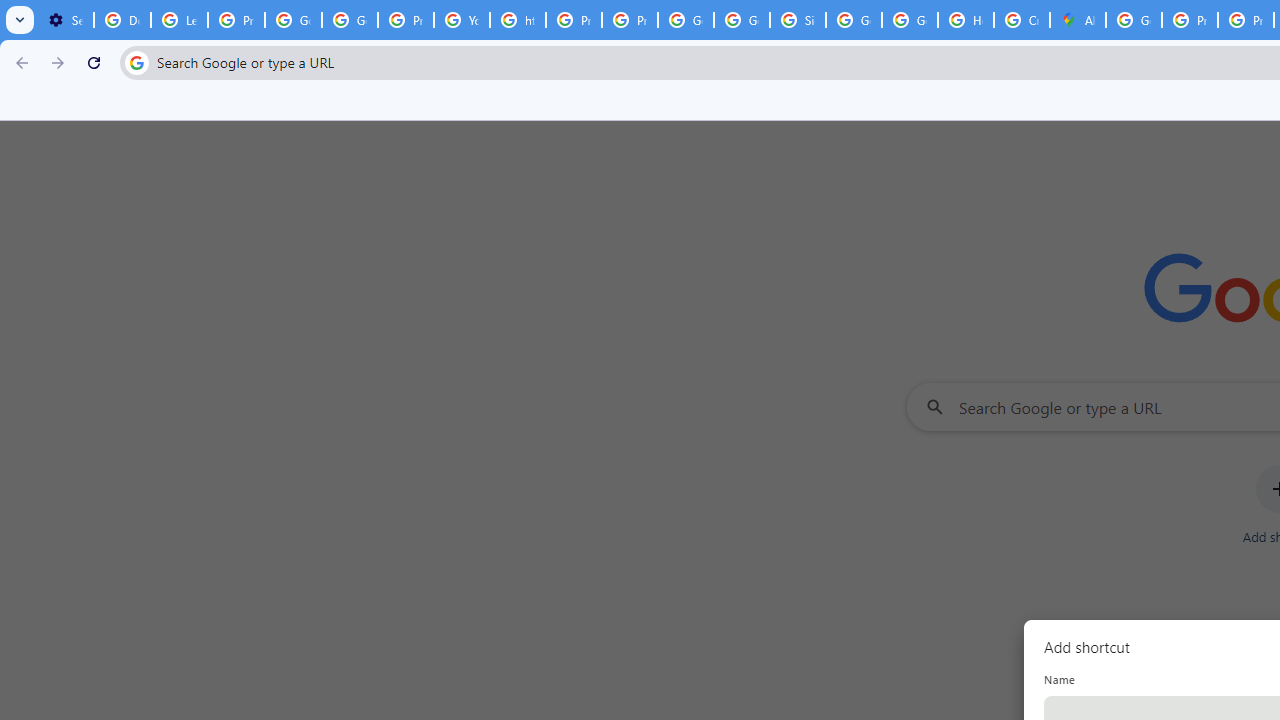  I want to click on 'Reload', so click(93, 61).